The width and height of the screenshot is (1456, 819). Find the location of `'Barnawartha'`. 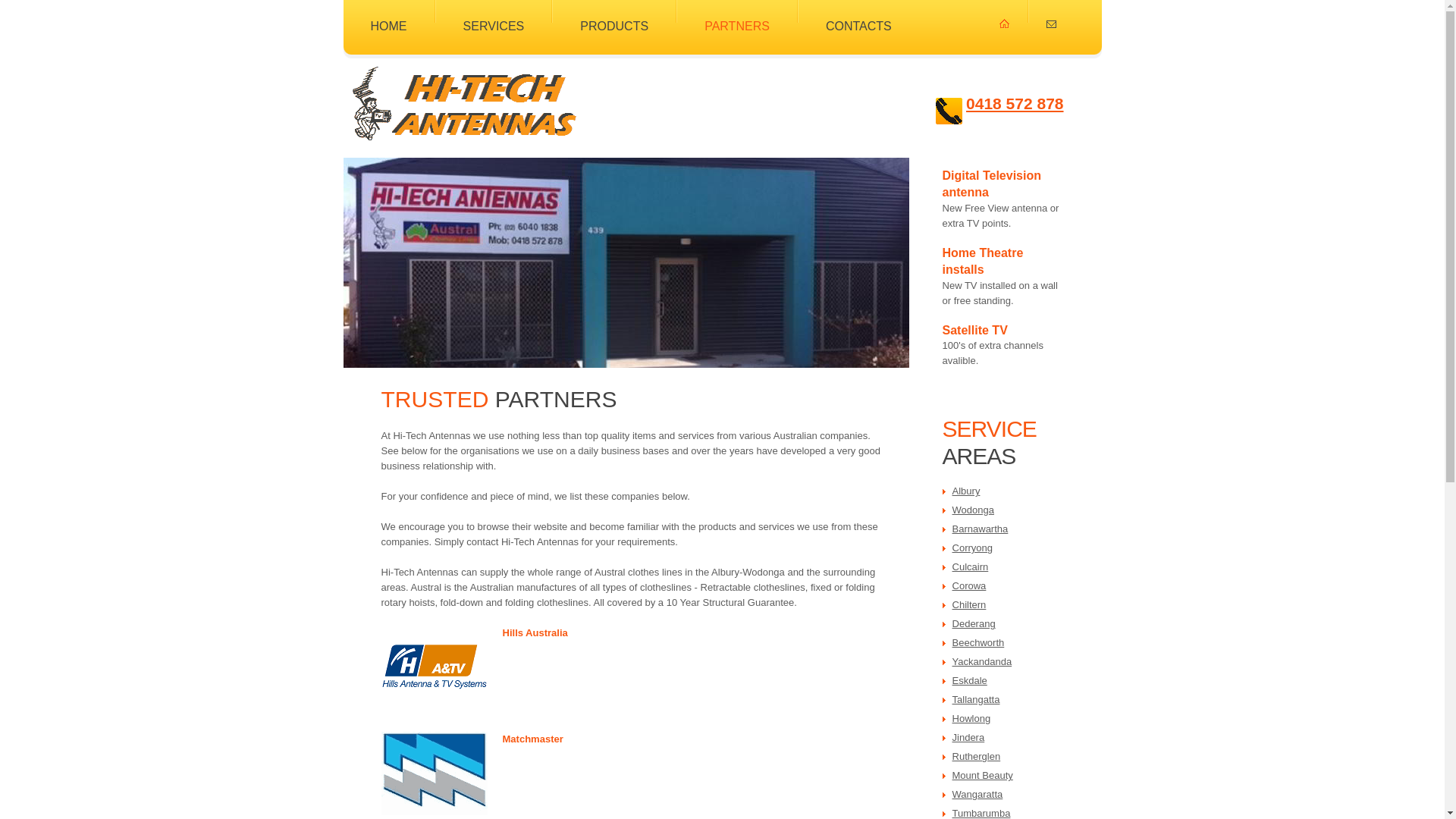

'Barnawartha' is located at coordinates (980, 528).